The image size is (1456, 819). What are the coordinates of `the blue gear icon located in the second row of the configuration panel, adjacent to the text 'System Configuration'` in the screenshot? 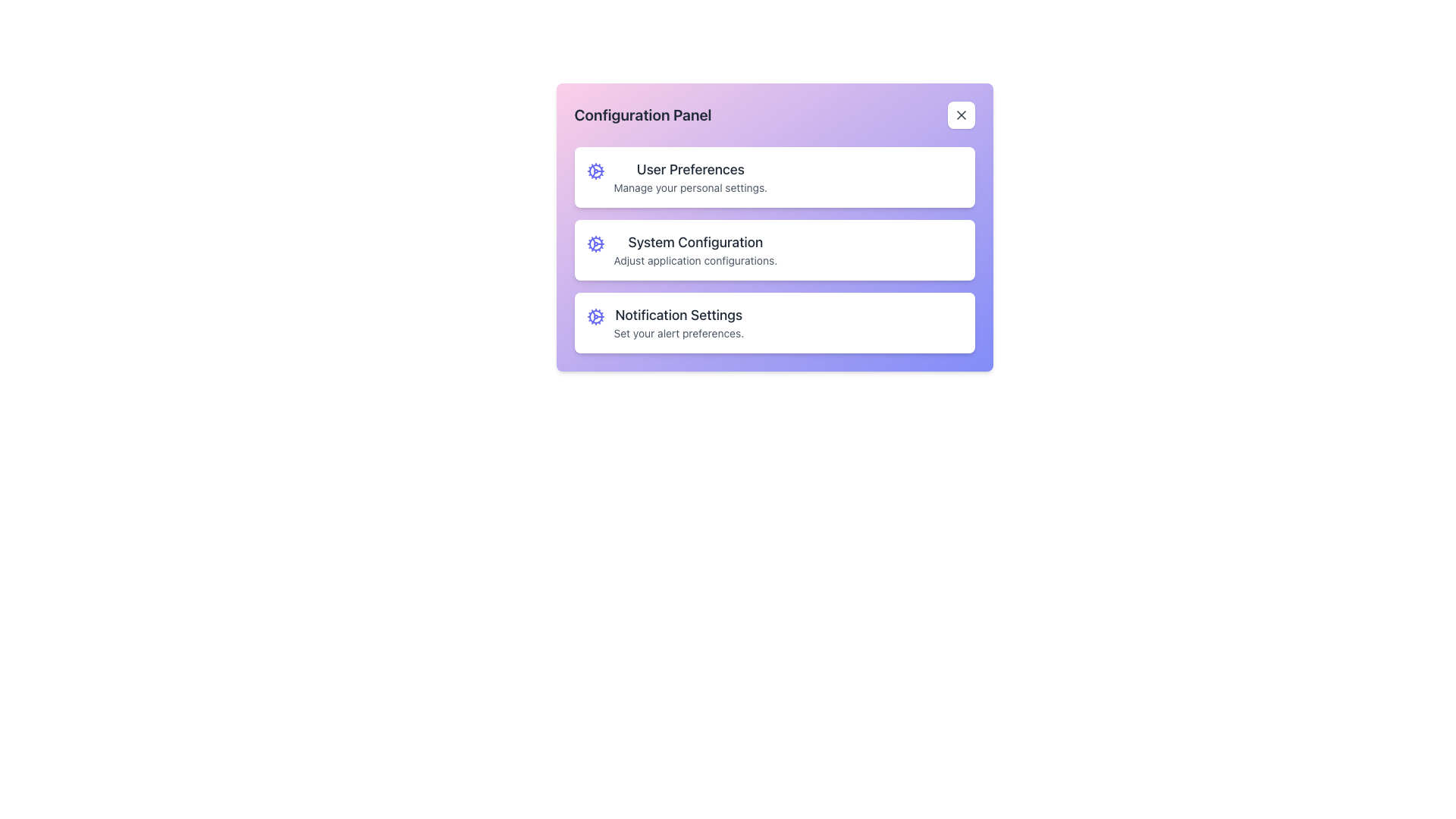 It's located at (595, 243).